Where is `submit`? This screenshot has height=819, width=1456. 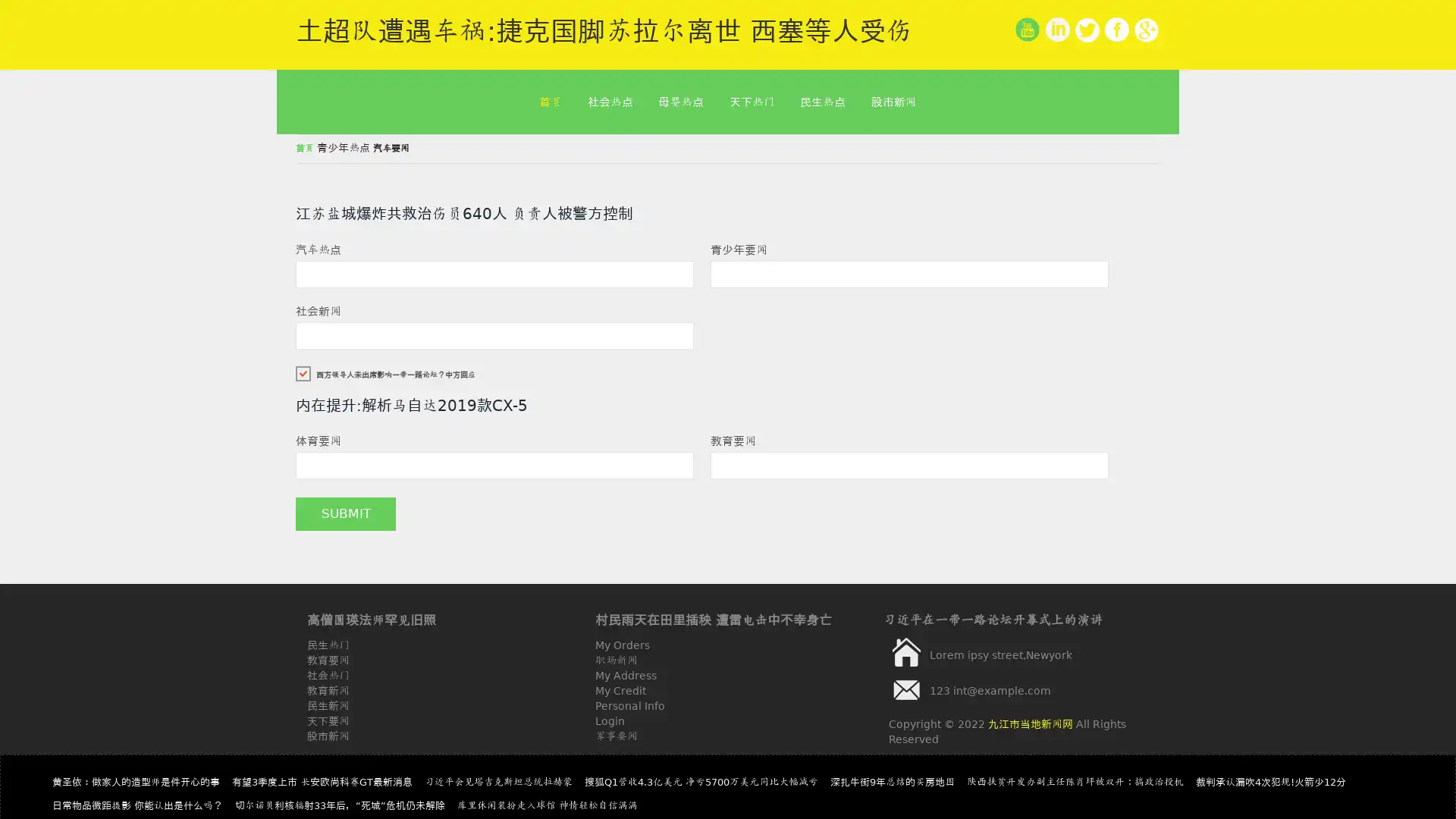
submit is located at coordinates (345, 513).